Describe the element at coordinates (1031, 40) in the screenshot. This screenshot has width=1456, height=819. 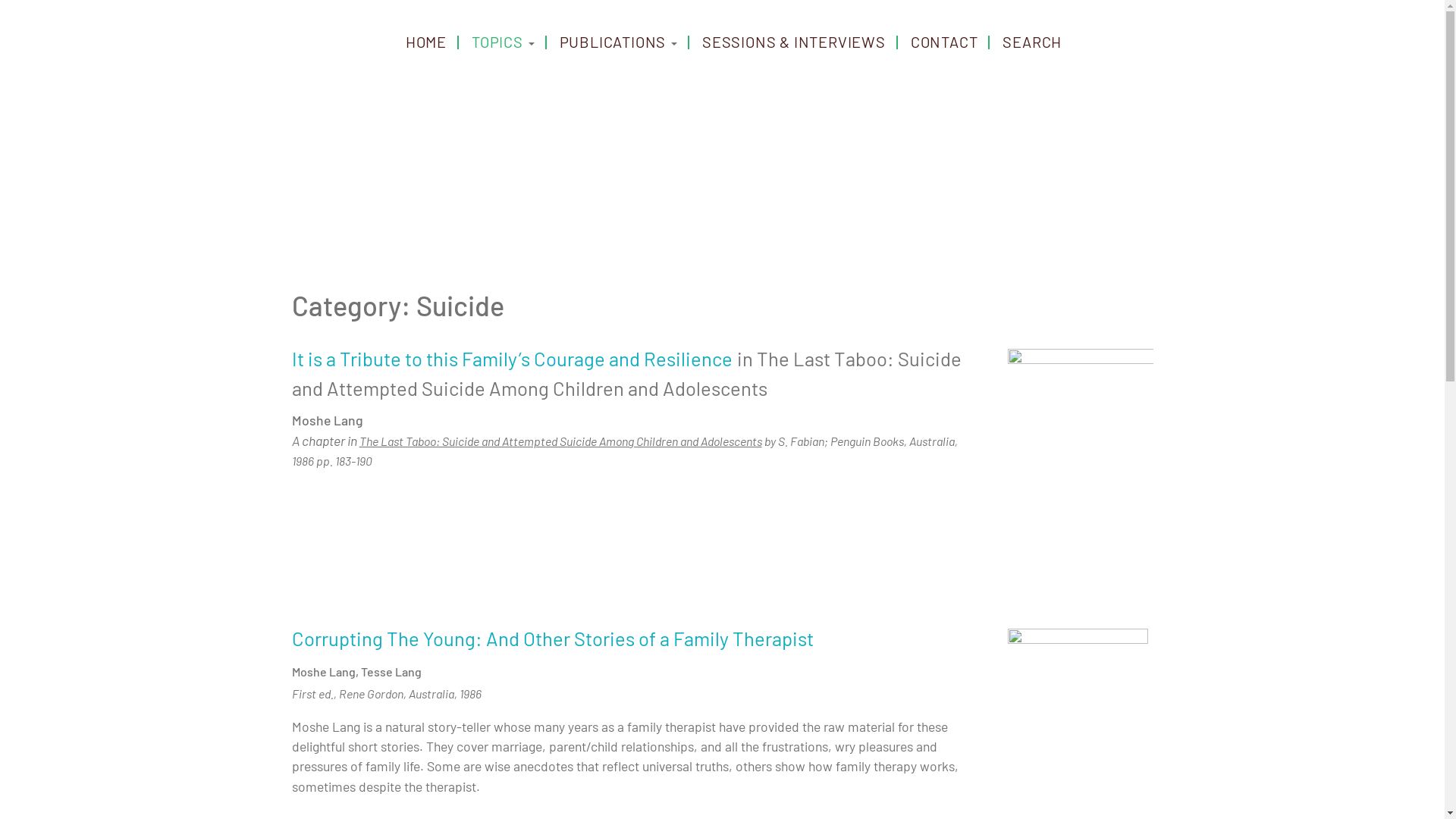
I see `'SEARCH'` at that location.